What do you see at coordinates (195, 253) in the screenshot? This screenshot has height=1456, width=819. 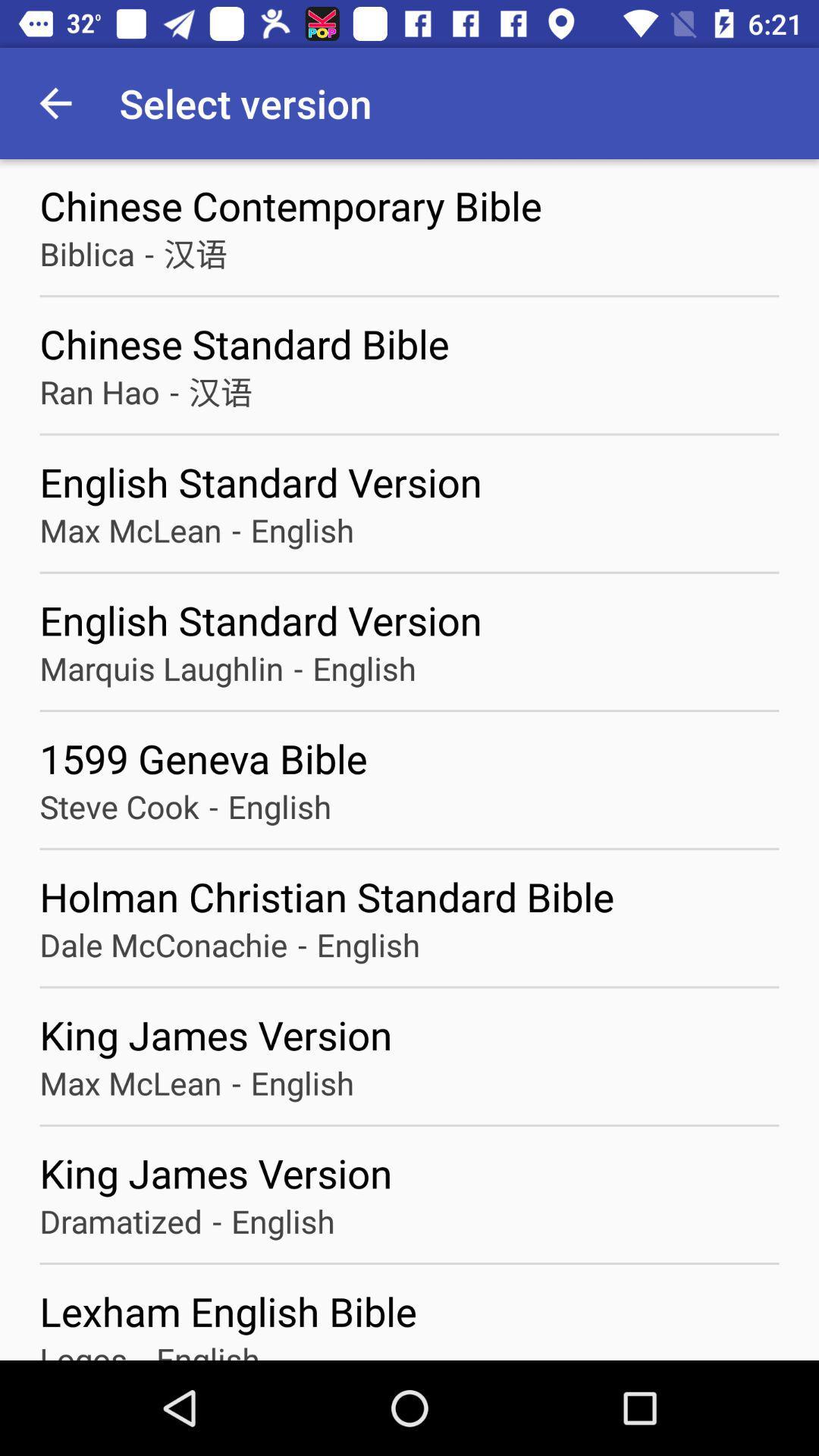 I see `the item below the chinese contemporary bible icon` at bounding box center [195, 253].